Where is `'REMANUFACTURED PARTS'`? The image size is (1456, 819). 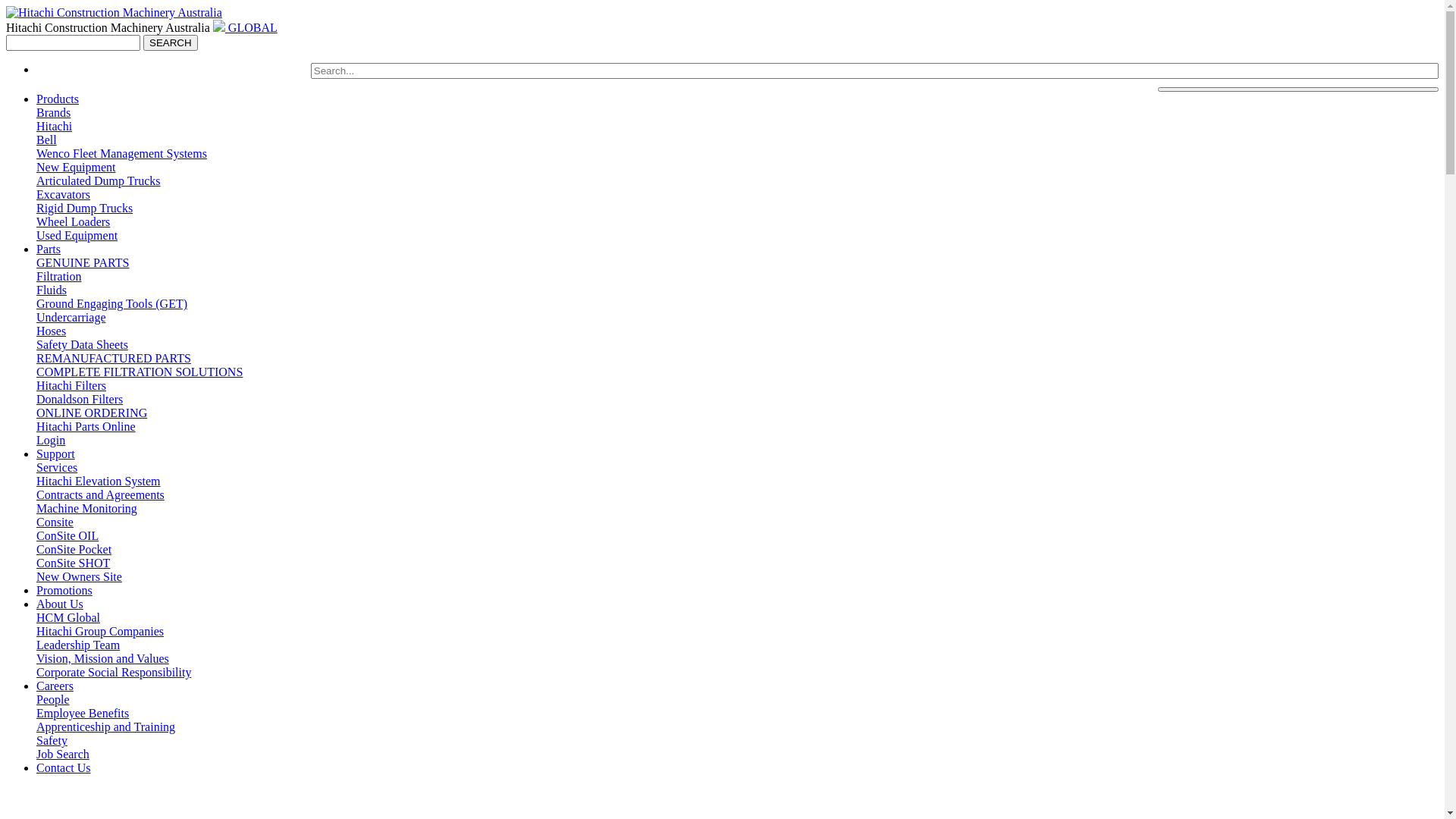 'REMANUFACTURED PARTS' is located at coordinates (112, 358).